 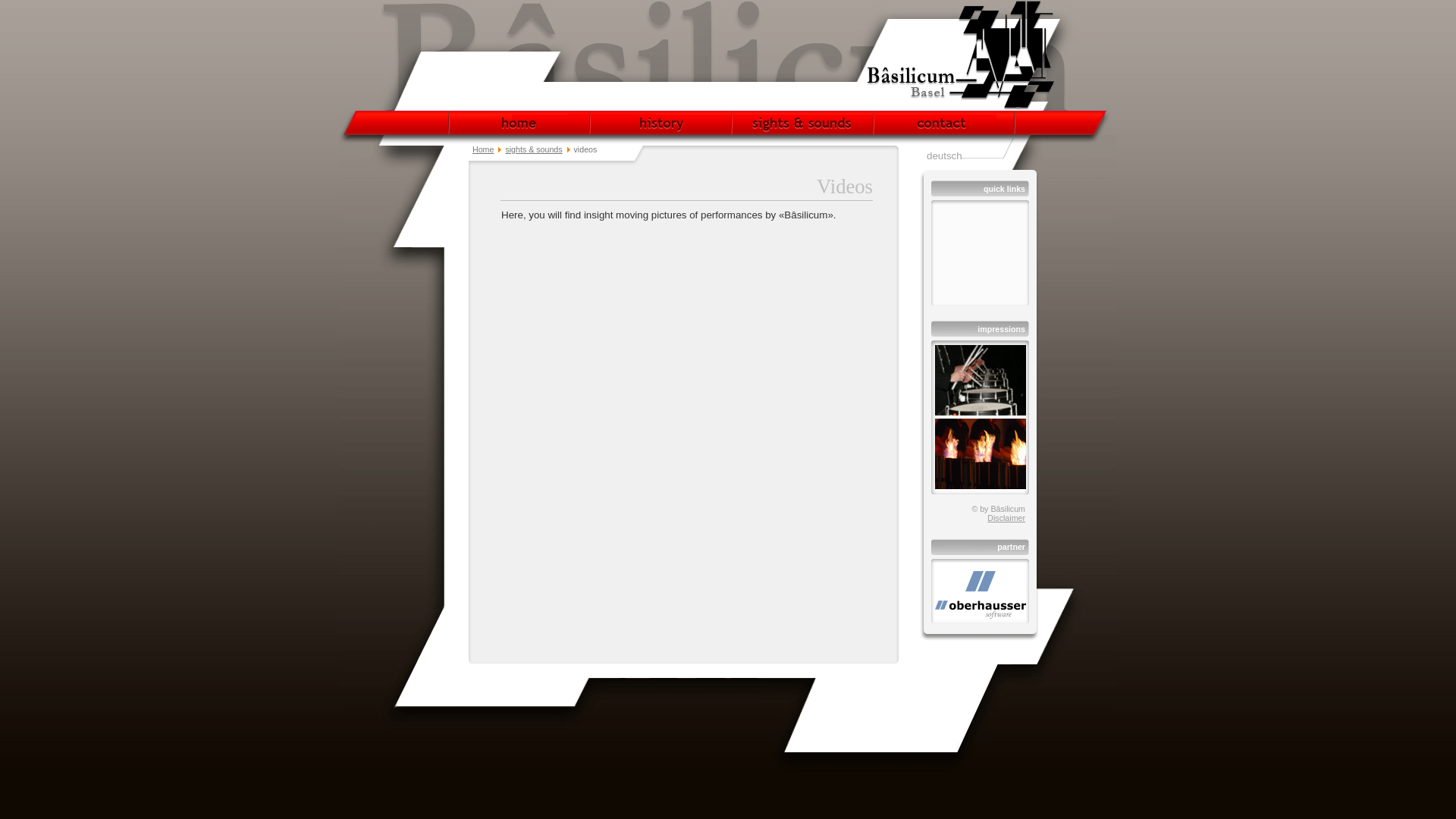 I want to click on 'sights & sounds', so click(x=505, y=149).